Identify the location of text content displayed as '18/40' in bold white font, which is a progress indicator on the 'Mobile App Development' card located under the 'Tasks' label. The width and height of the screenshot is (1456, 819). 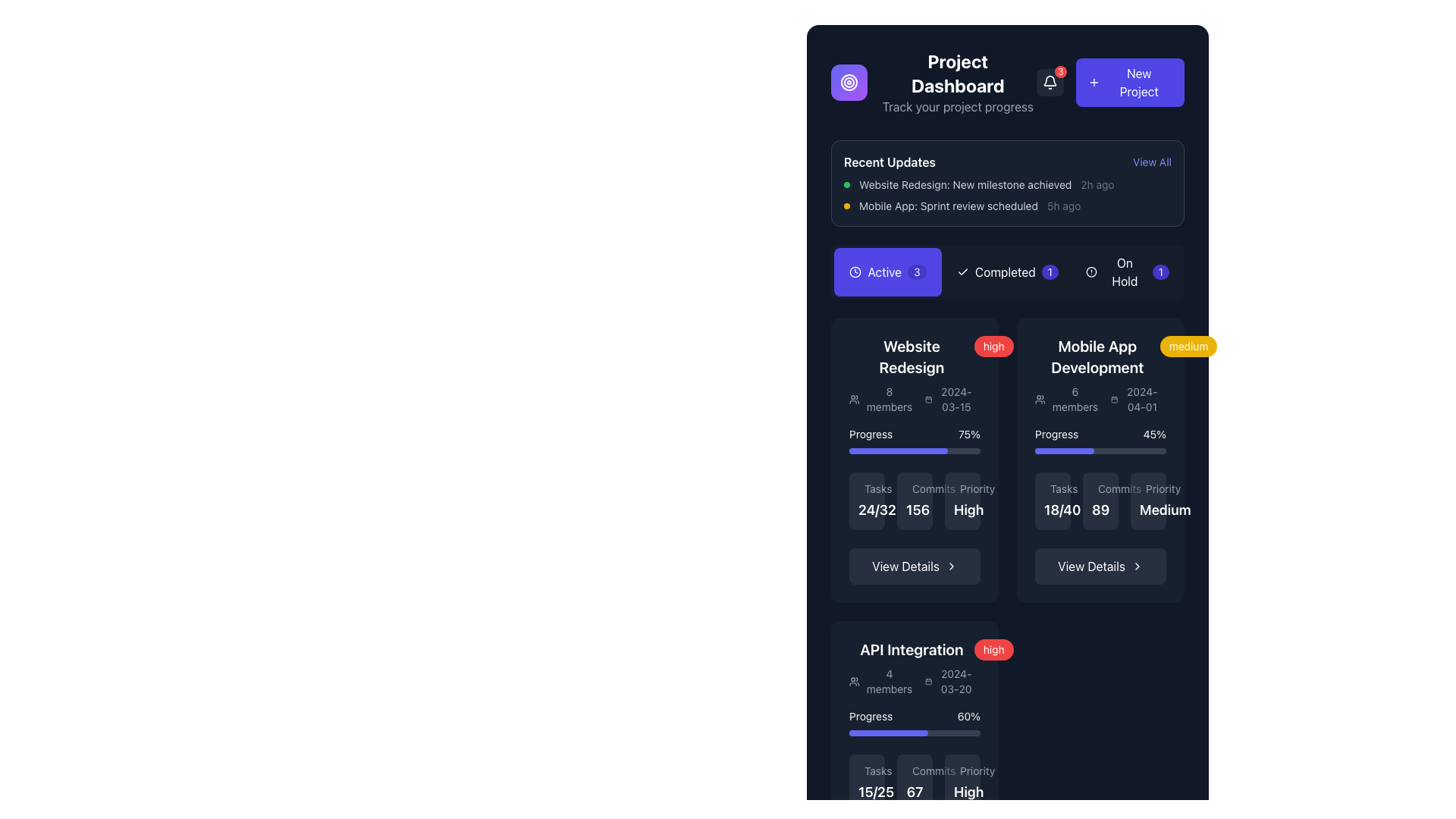
(1052, 500).